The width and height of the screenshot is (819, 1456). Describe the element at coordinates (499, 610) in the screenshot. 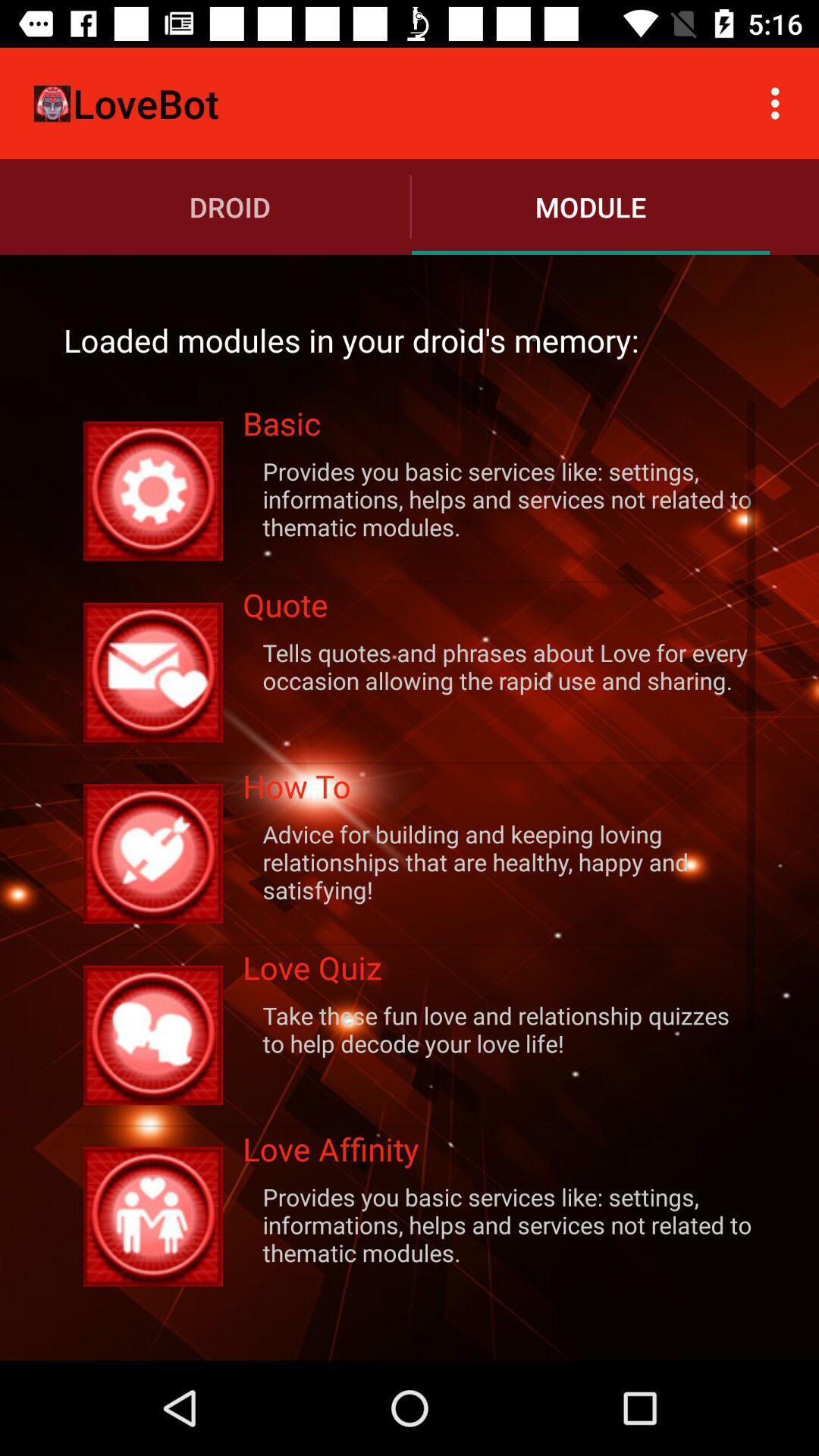

I see `quote item` at that location.